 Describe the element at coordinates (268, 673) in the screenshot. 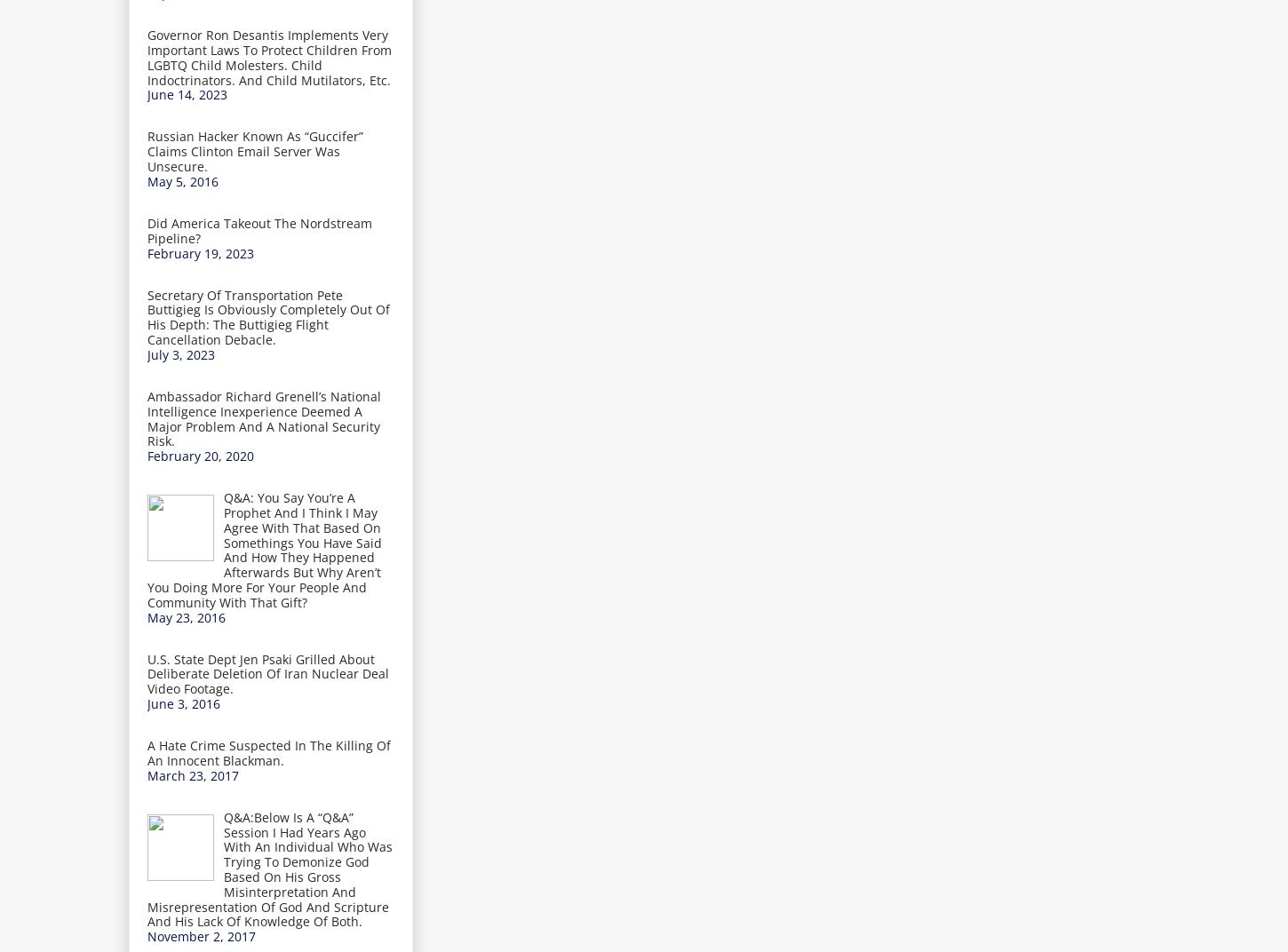

I see `'U.S. State Dept Jen Psaki Grilled About Deliberate Deletion Of Iran Nuclear Deal Video Footage.'` at that location.